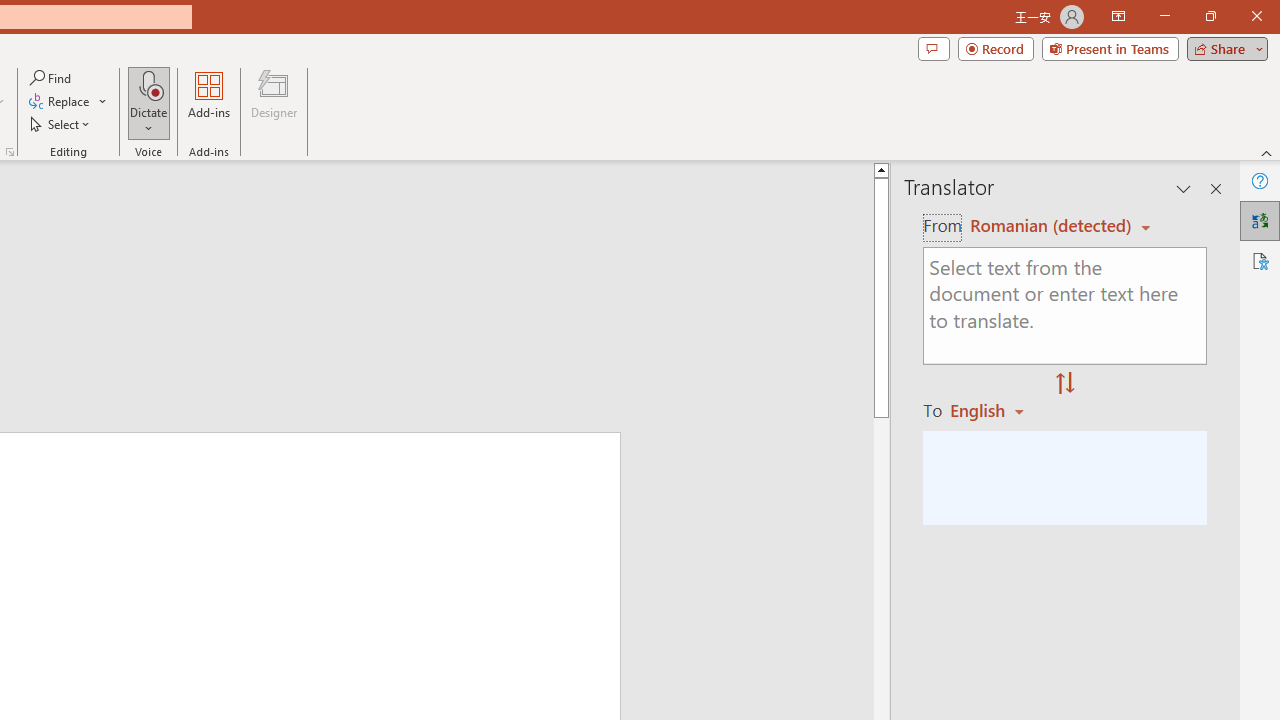  I want to click on 'Designer', so click(273, 103).